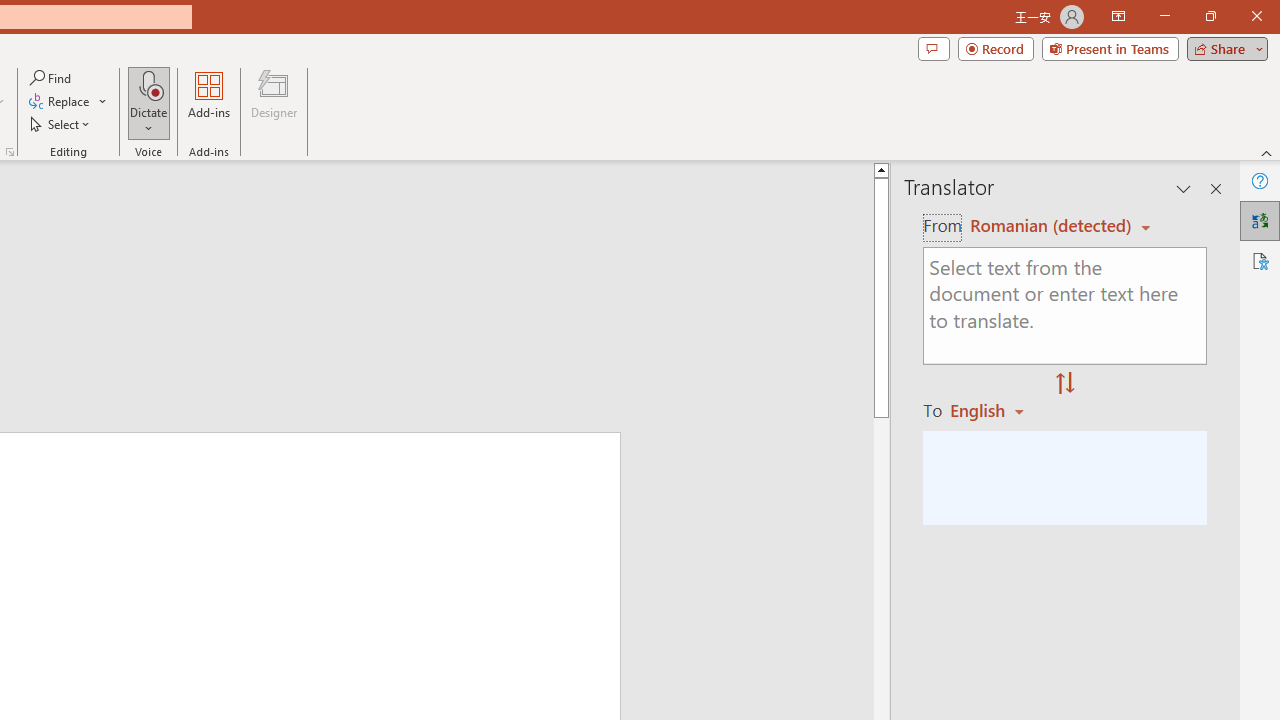  I want to click on 'Designer', so click(273, 103).